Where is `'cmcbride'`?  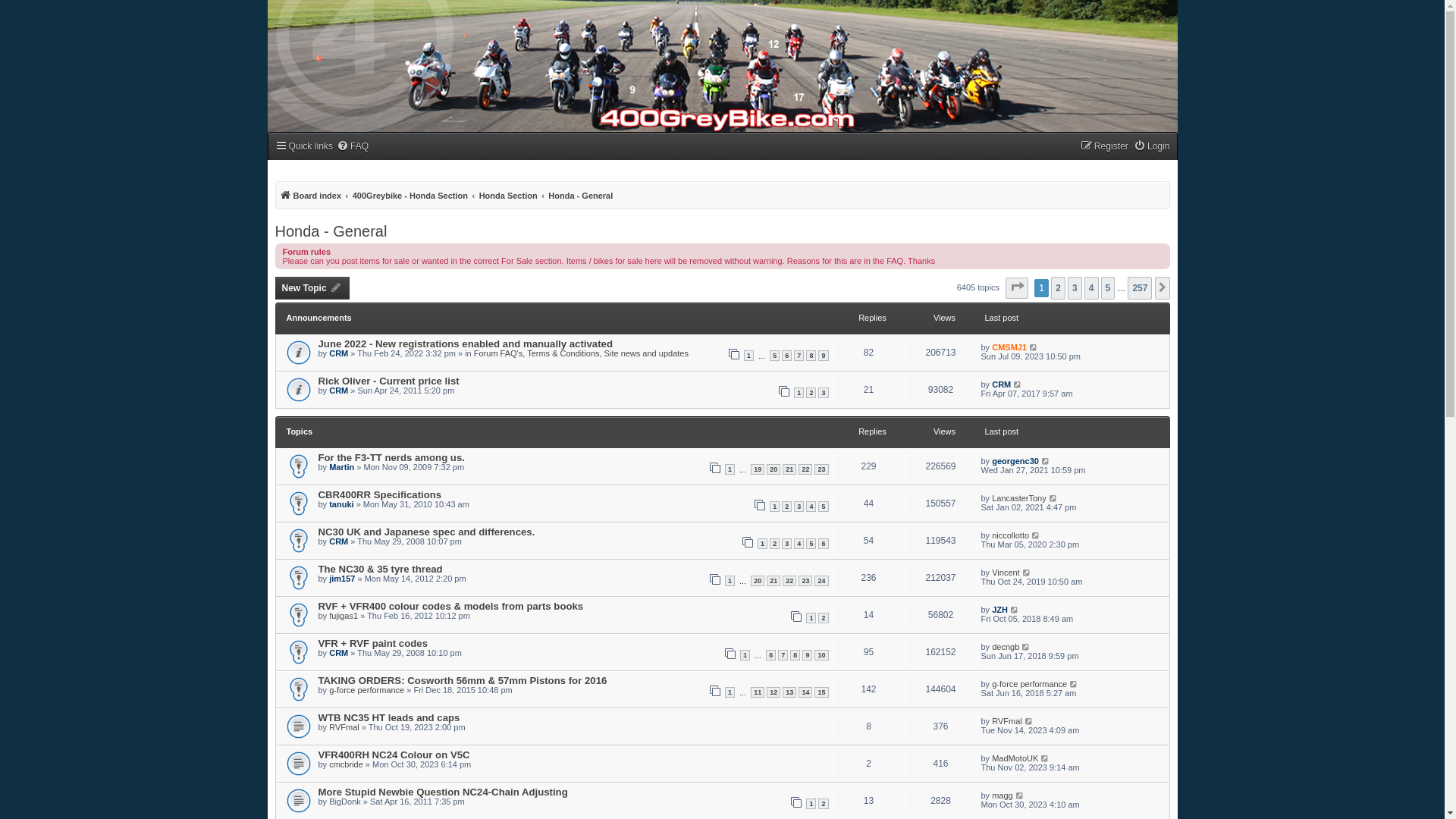
'cmcbride' is located at coordinates (345, 764).